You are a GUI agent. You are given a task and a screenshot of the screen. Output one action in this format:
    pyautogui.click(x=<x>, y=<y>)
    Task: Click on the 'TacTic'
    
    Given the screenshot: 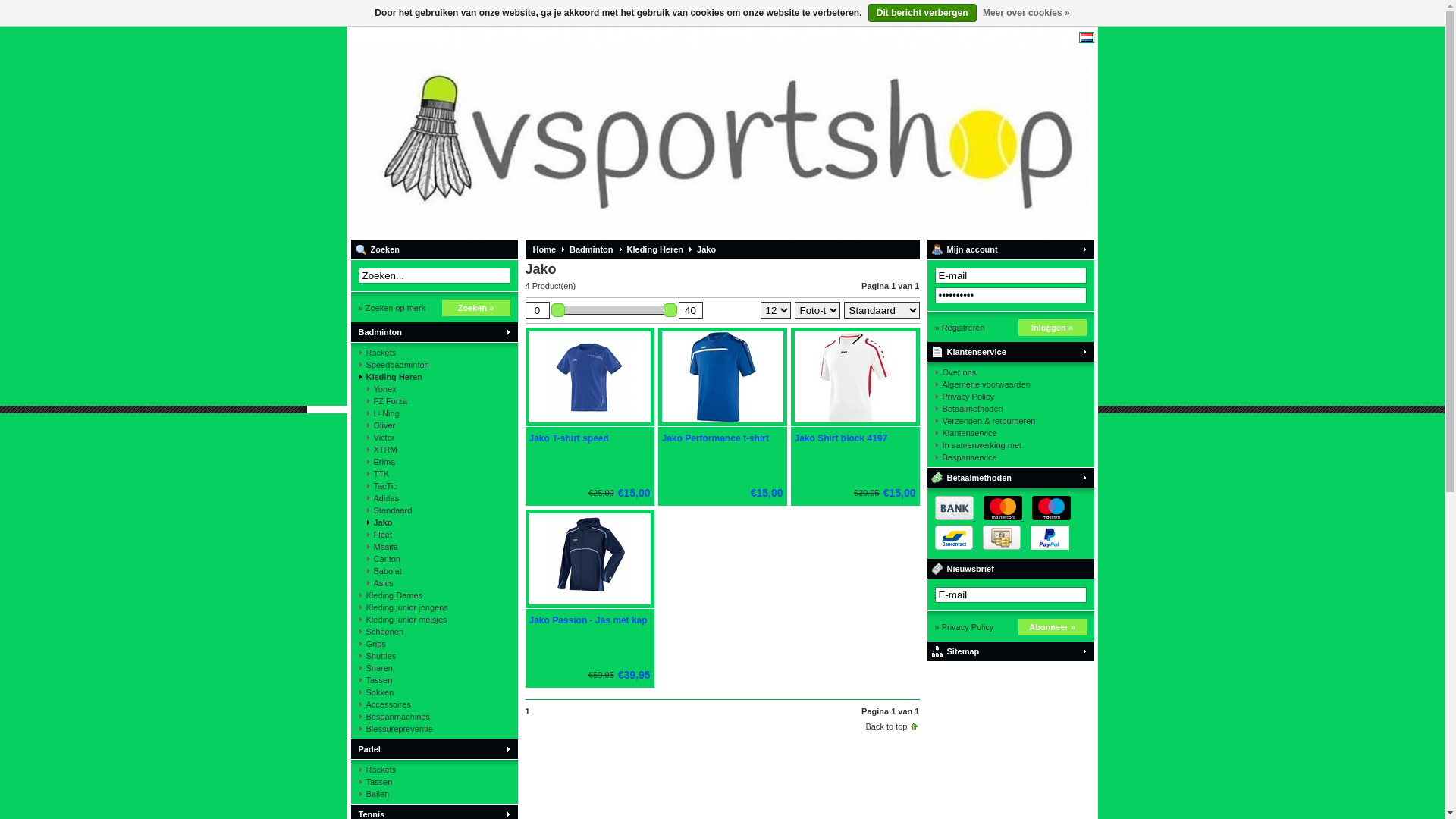 What is the action you would take?
    pyautogui.click(x=356, y=485)
    